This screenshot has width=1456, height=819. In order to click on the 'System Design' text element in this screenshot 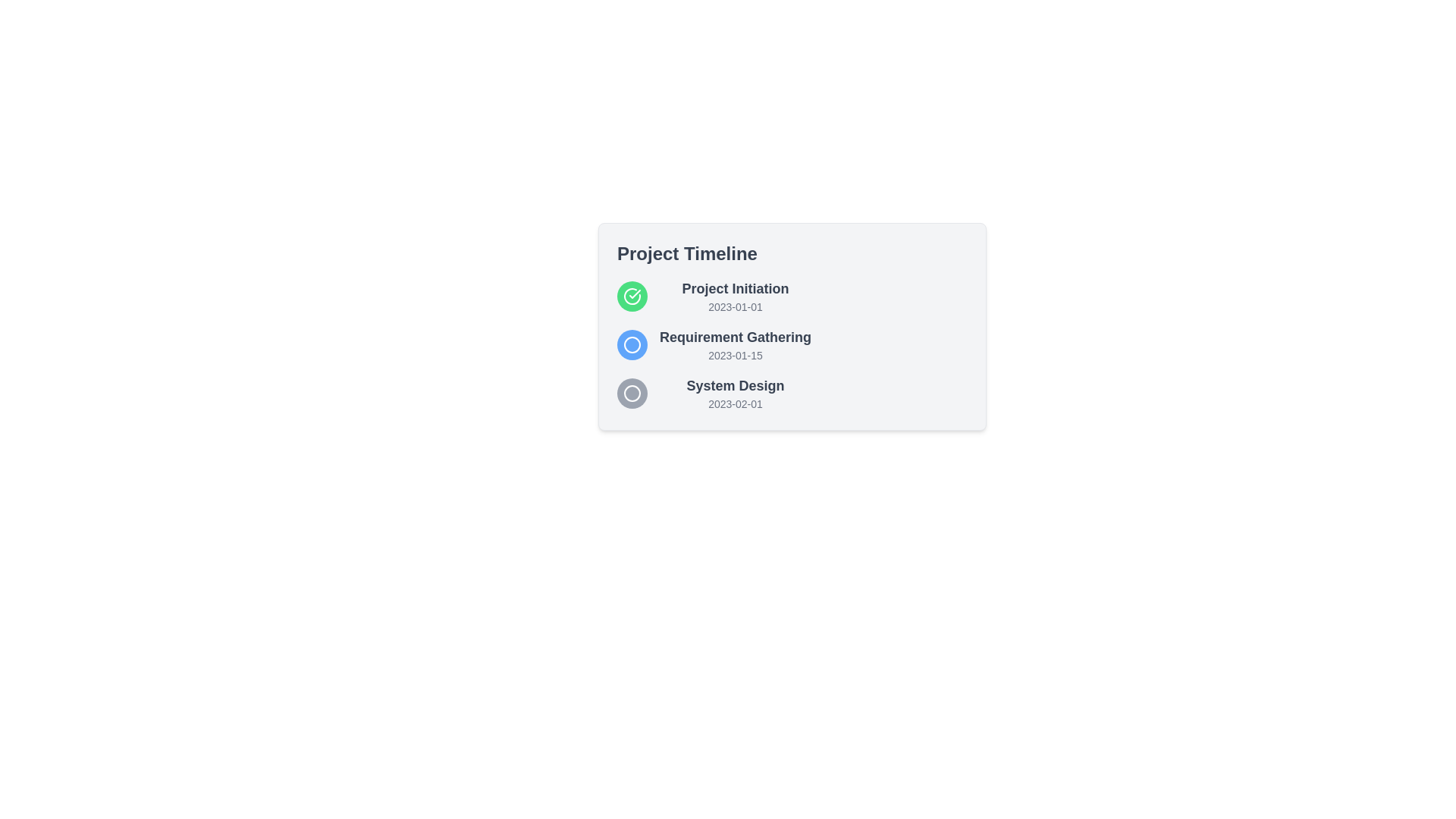, I will do `click(735, 393)`.